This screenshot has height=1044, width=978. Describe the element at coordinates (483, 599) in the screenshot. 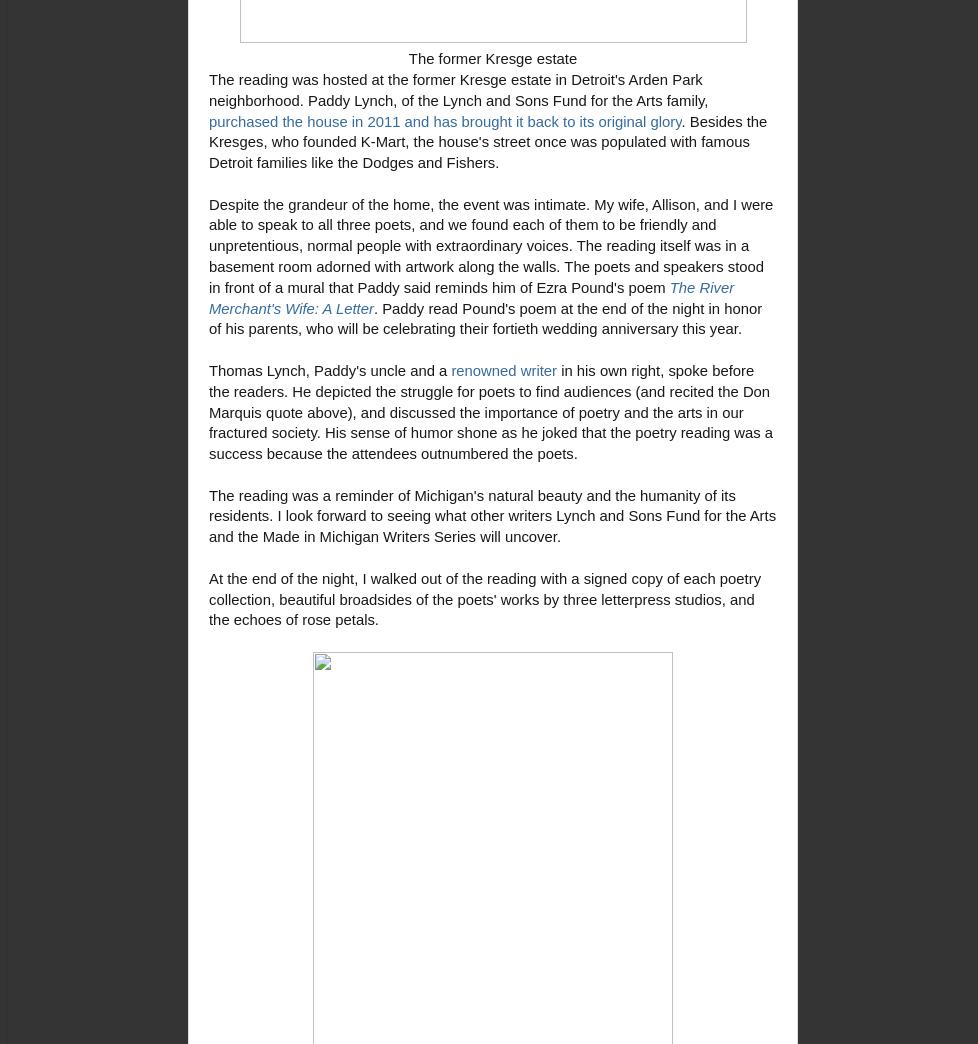

I see `'At the end of the night, I walked out of the reading with a signed copy of each poetry collection, beautiful broadsides of the poets' works by three letterpress studios, and the echoes of rose petals.'` at that location.